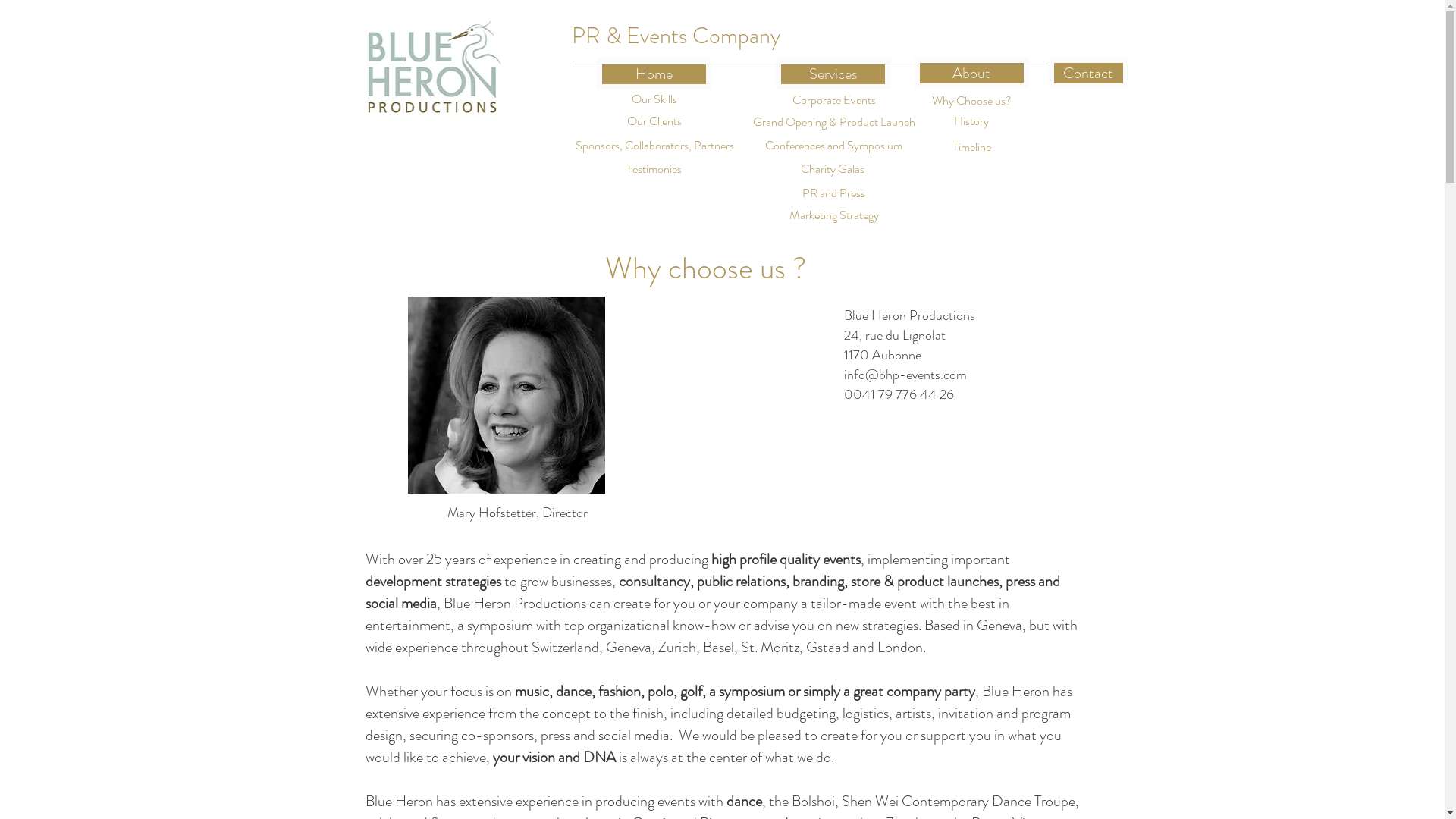 Image resolution: width=1456 pixels, height=819 pixels. I want to click on 'info@bhp-events.com', so click(905, 374).